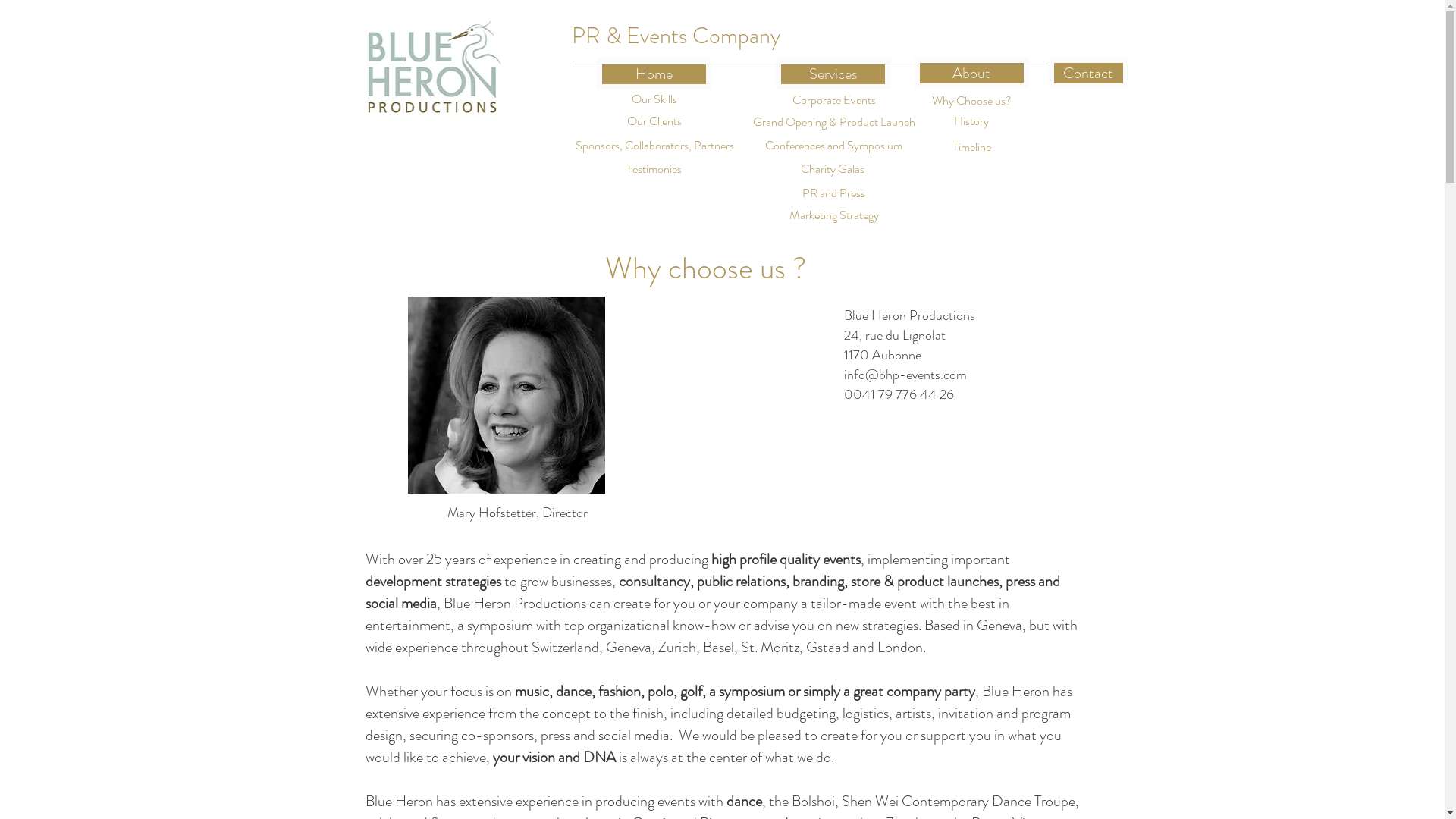 Image resolution: width=1456 pixels, height=819 pixels. I want to click on 'info@bhp-events.com', so click(905, 374).